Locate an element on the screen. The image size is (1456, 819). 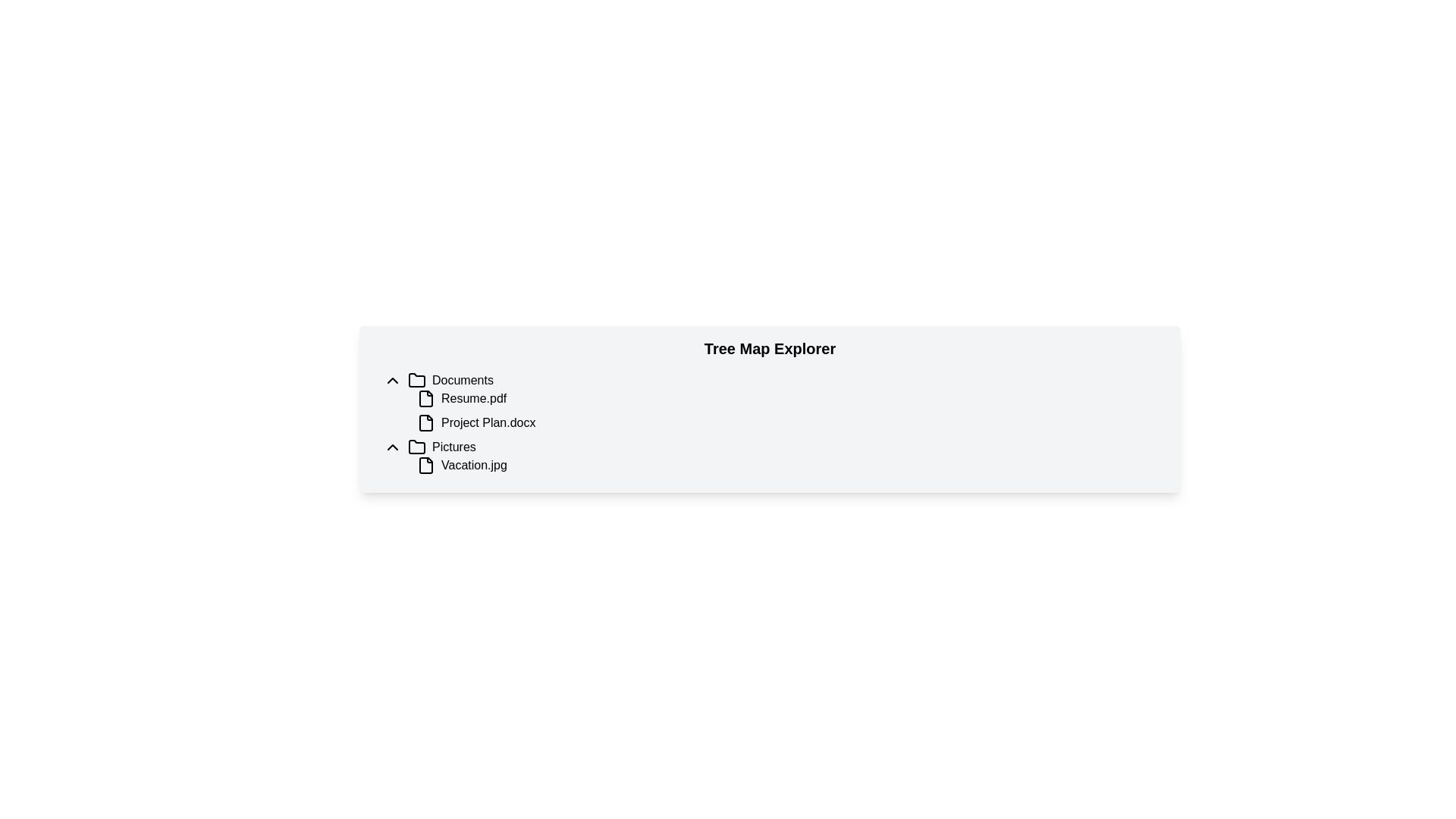
the downward-pointing chevron icon button located at the top-left of the 'Documents' section is located at coordinates (393, 379).